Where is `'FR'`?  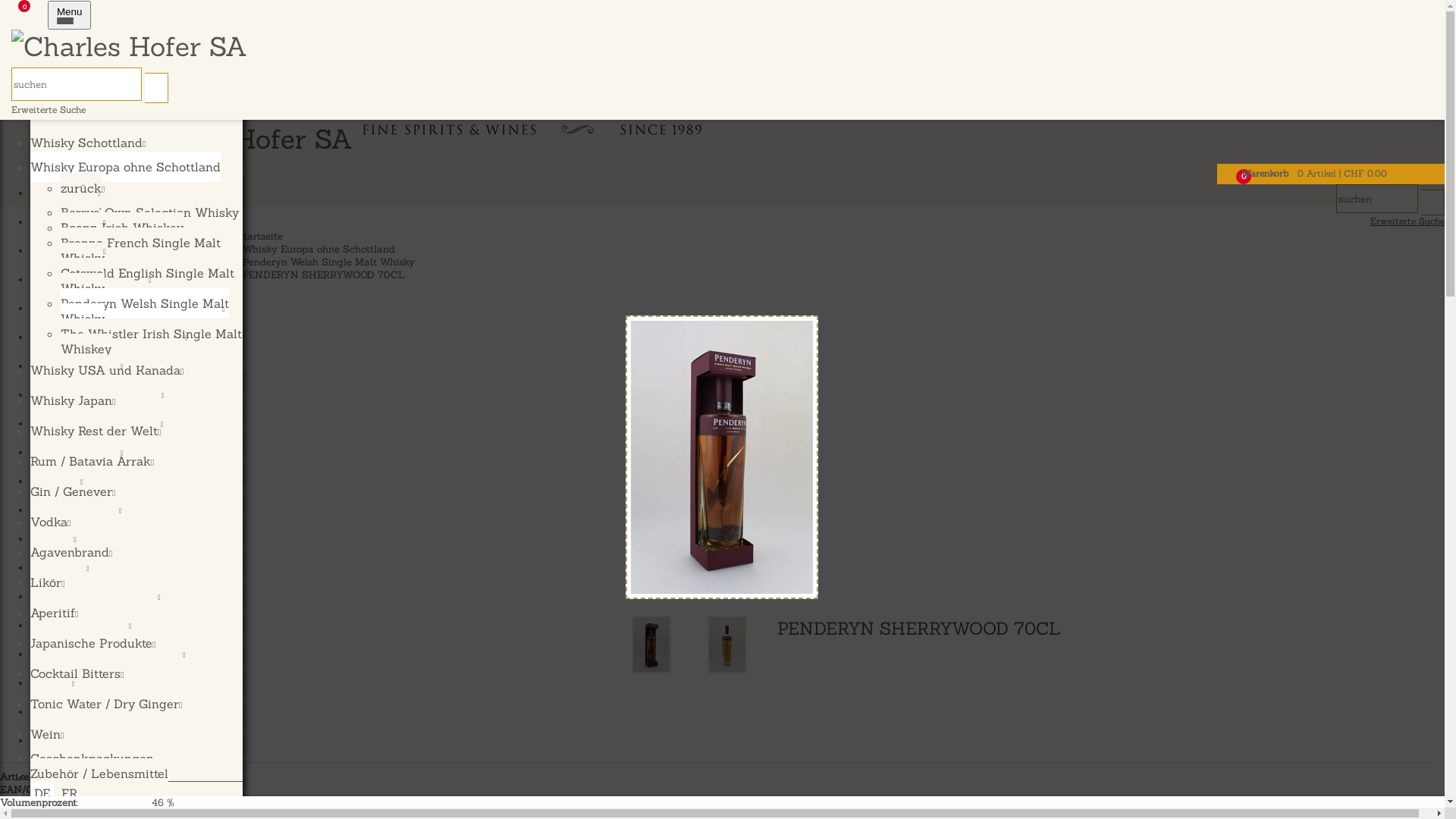 'FR' is located at coordinates (68, 792).